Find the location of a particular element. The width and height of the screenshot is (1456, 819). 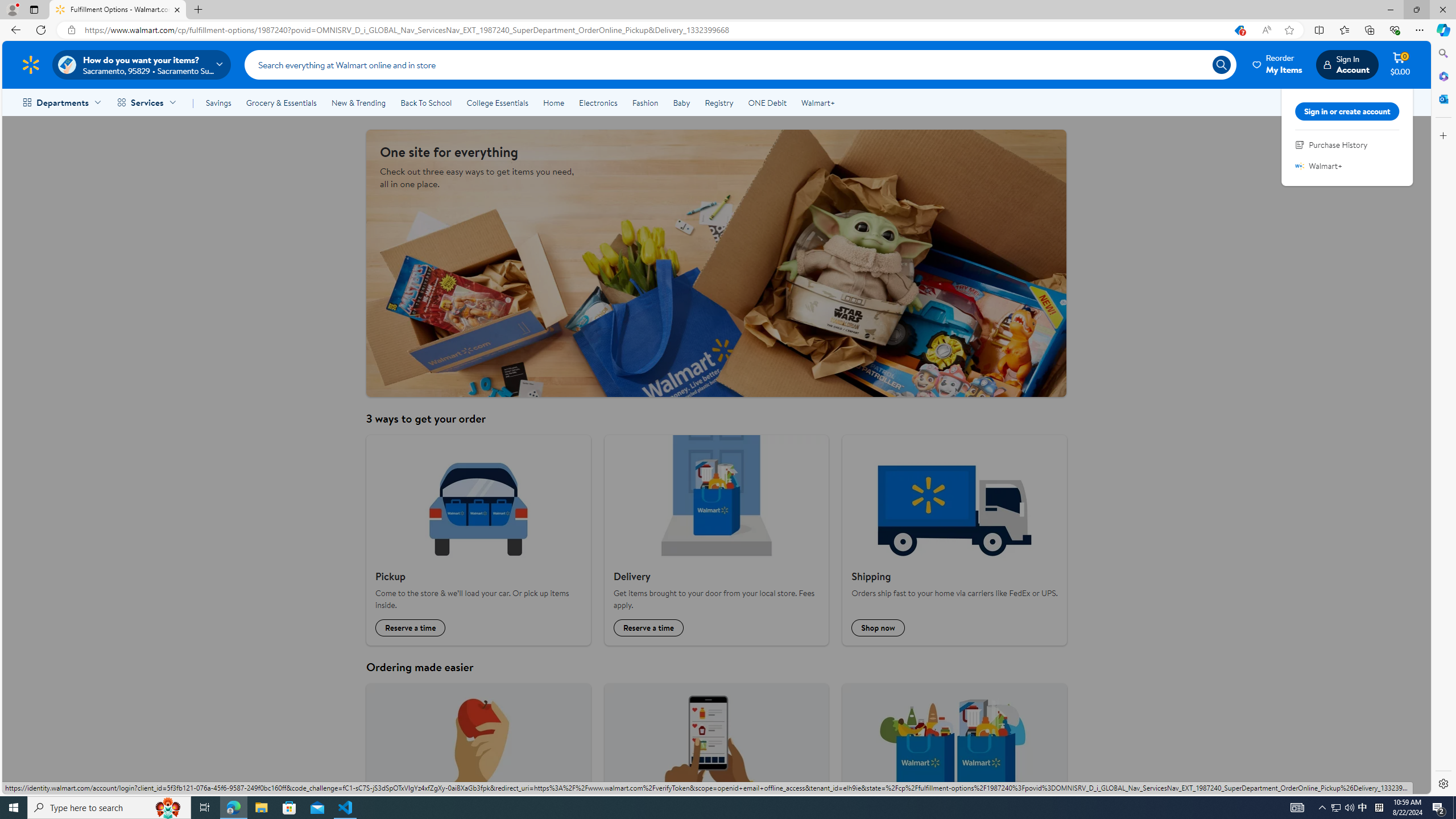

'New & Trending' is located at coordinates (359, 102).